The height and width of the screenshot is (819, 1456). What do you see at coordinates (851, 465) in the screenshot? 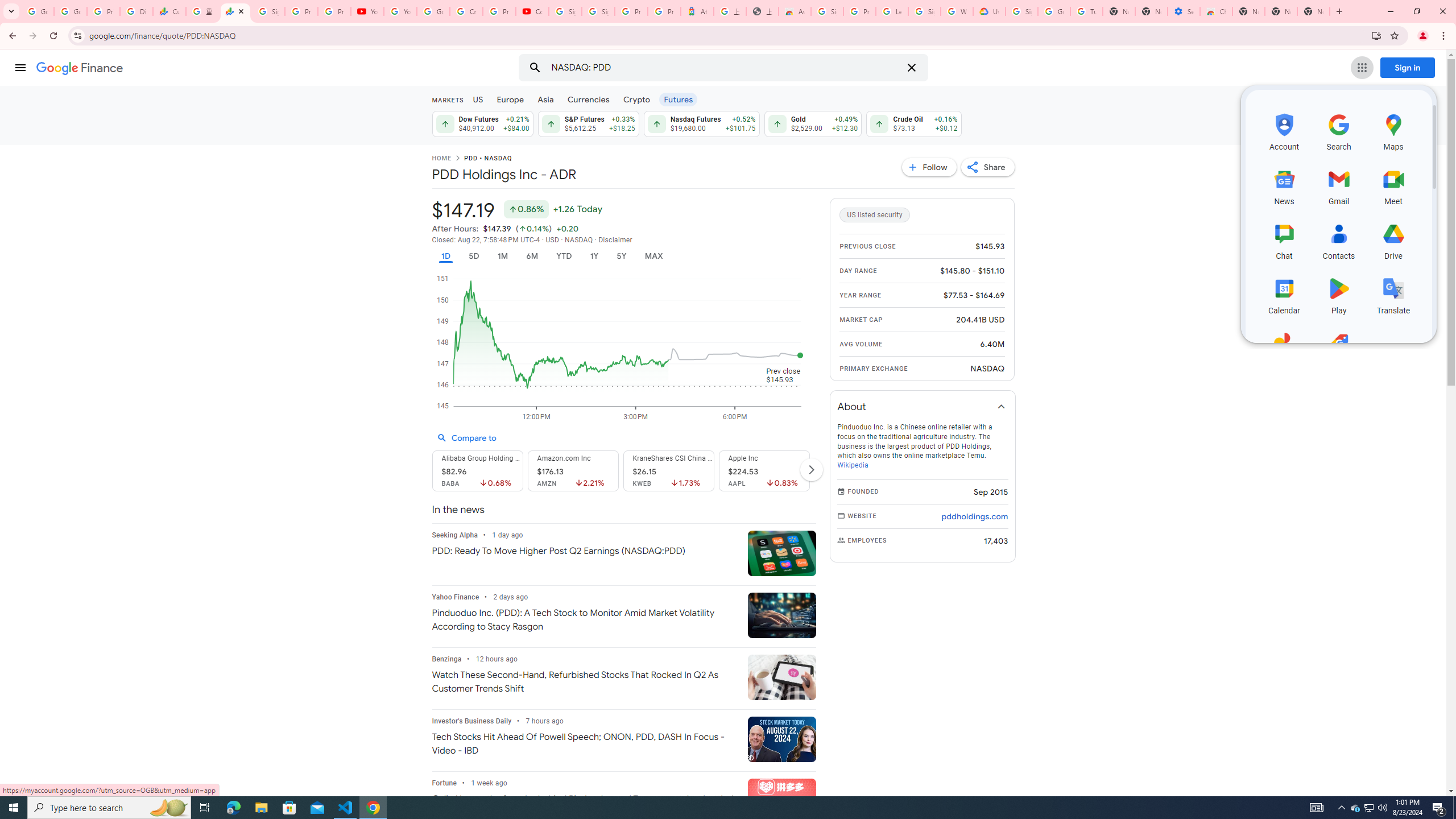
I see `'Wikipedia'` at bounding box center [851, 465].